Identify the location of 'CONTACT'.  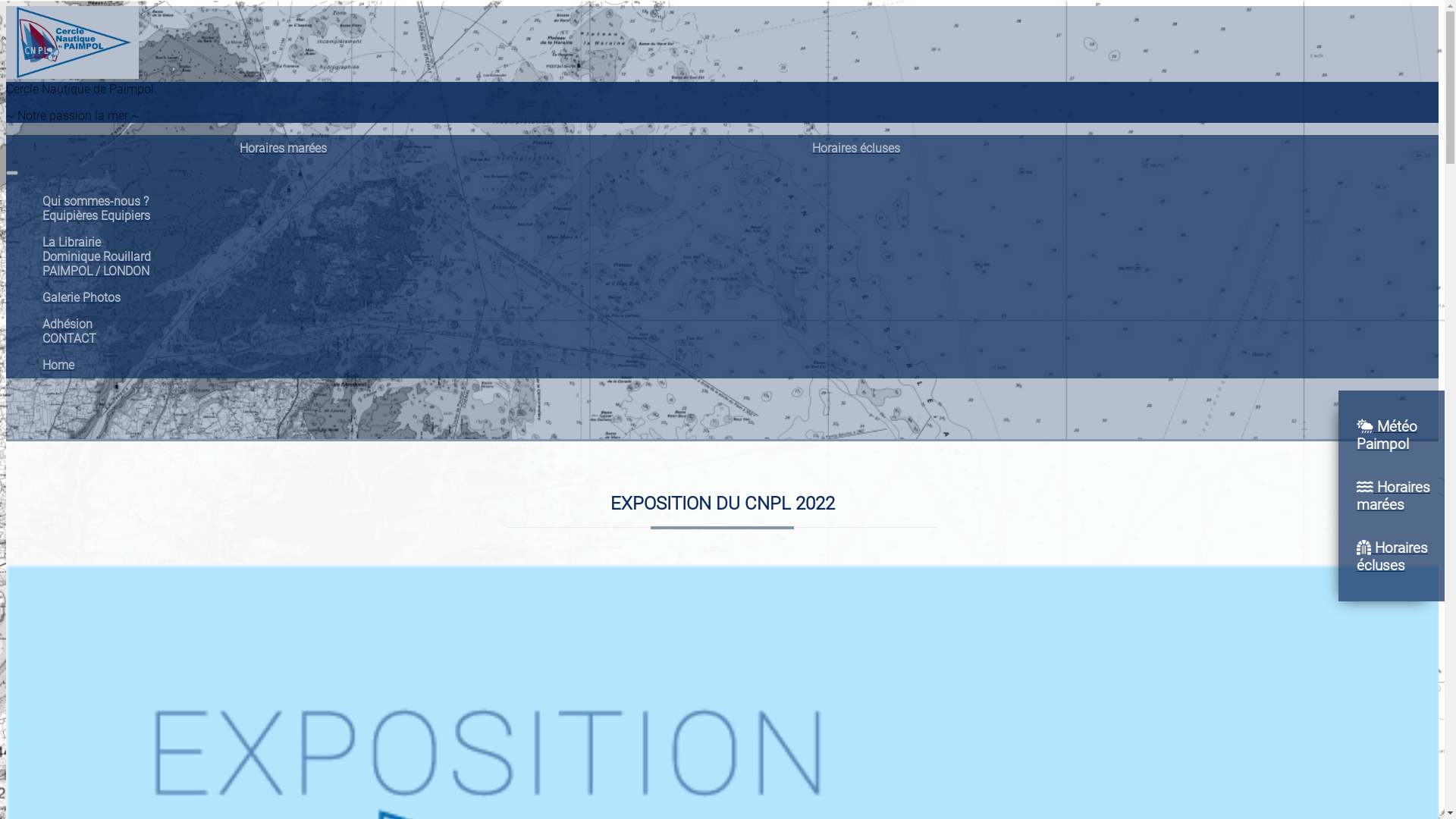
(68, 337).